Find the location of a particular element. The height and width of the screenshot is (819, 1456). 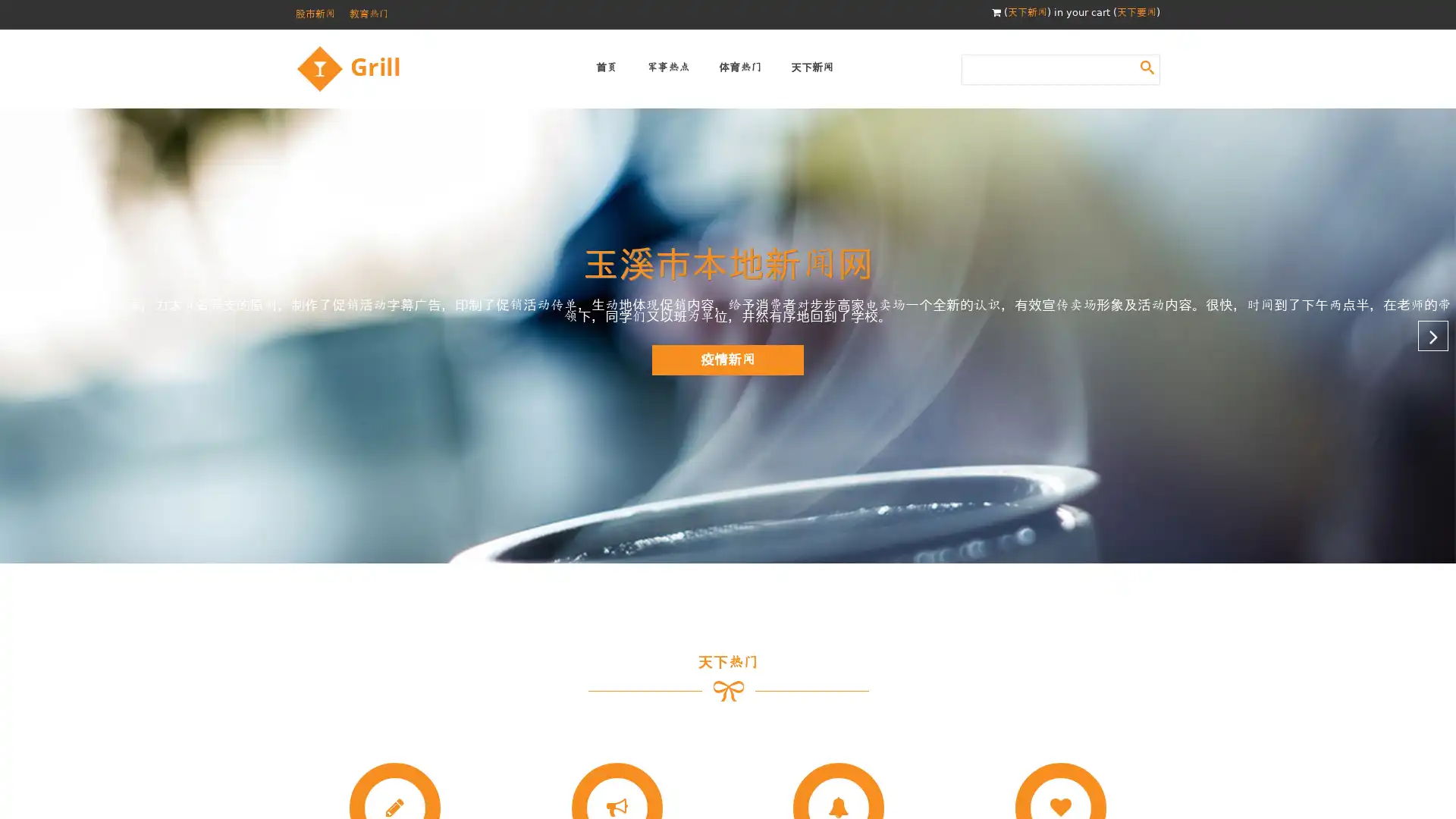

Submit is located at coordinates (1147, 66).